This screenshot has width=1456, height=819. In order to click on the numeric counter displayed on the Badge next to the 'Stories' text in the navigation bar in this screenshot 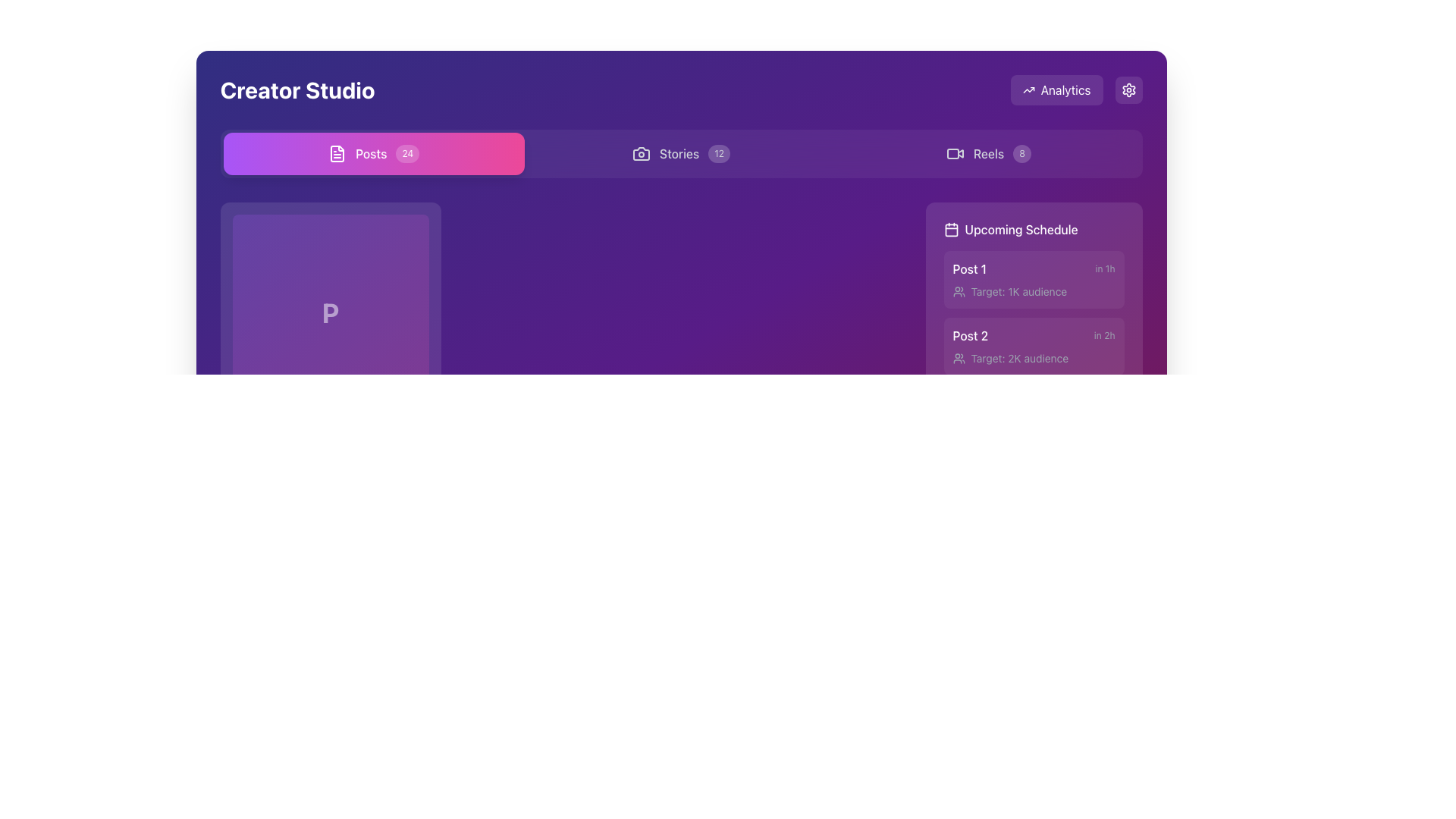, I will do `click(718, 154)`.